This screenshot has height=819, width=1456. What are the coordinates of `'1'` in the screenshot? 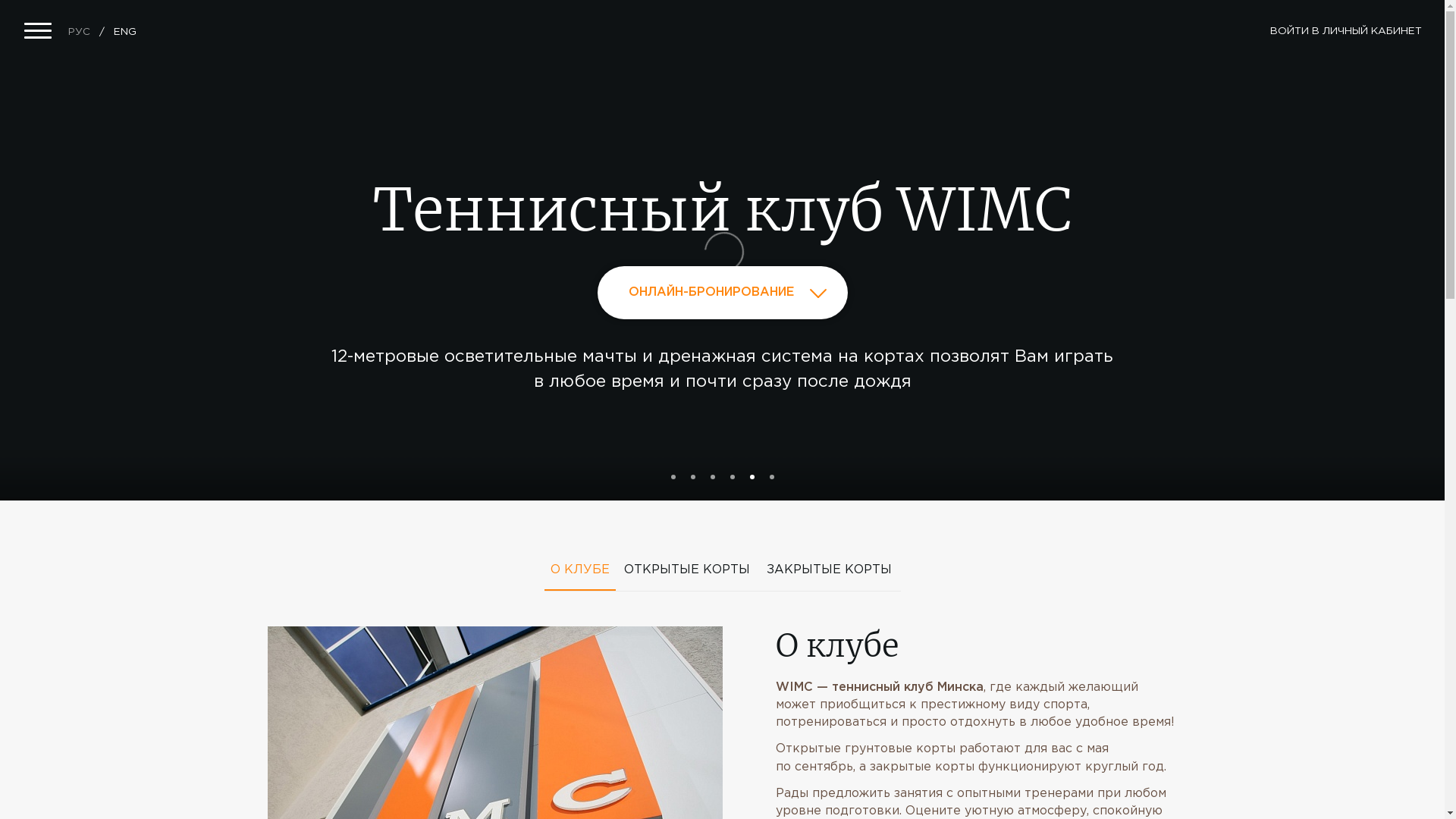 It's located at (672, 475).